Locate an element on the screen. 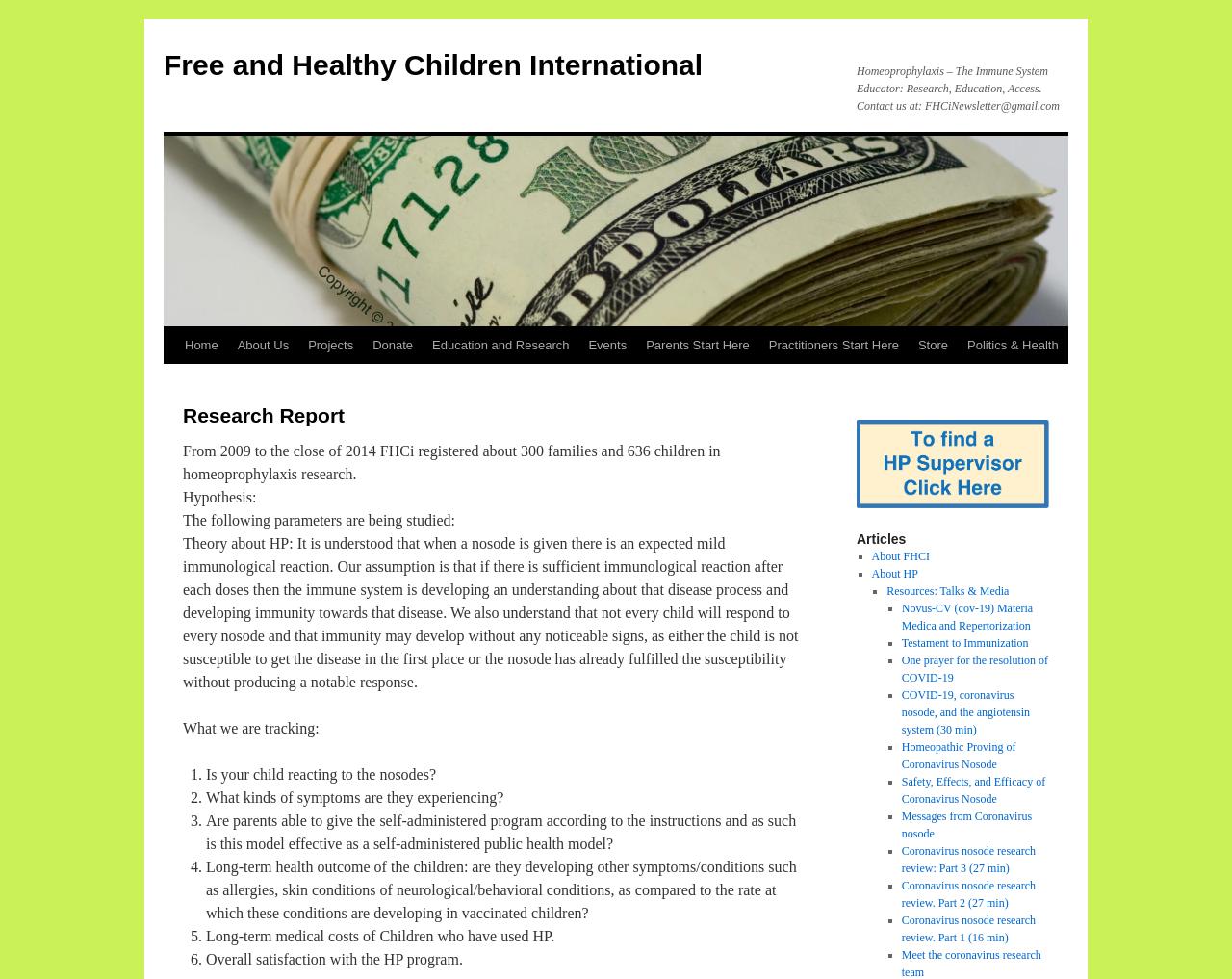  'Homeopathic Proving of Coronavirus Nosode' is located at coordinates (958, 756).